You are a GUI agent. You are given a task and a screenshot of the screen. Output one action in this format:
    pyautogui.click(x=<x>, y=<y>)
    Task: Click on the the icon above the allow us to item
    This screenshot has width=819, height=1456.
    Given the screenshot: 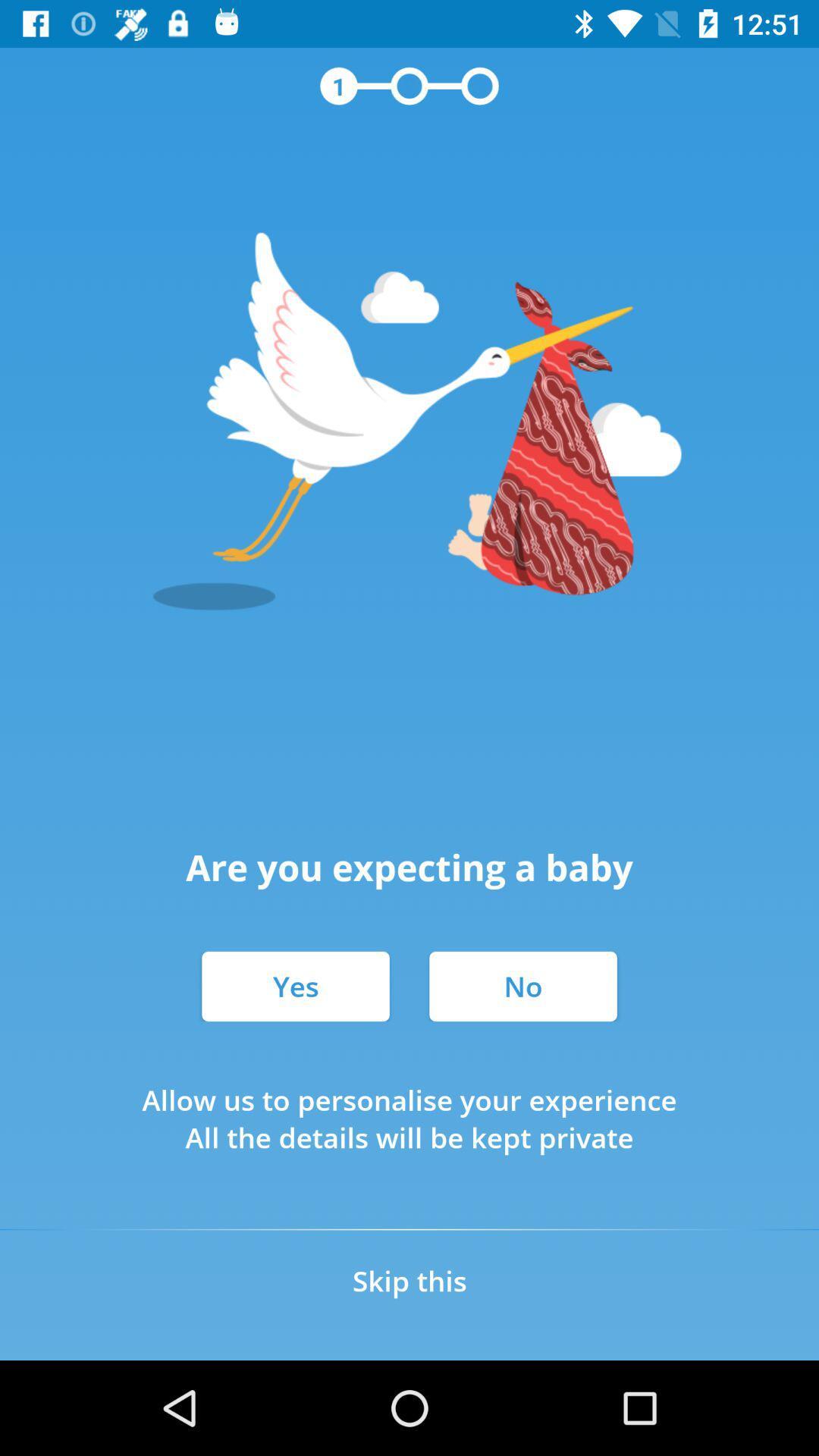 What is the action you would take?
    pyautogui.click(x=295, y=986)
    